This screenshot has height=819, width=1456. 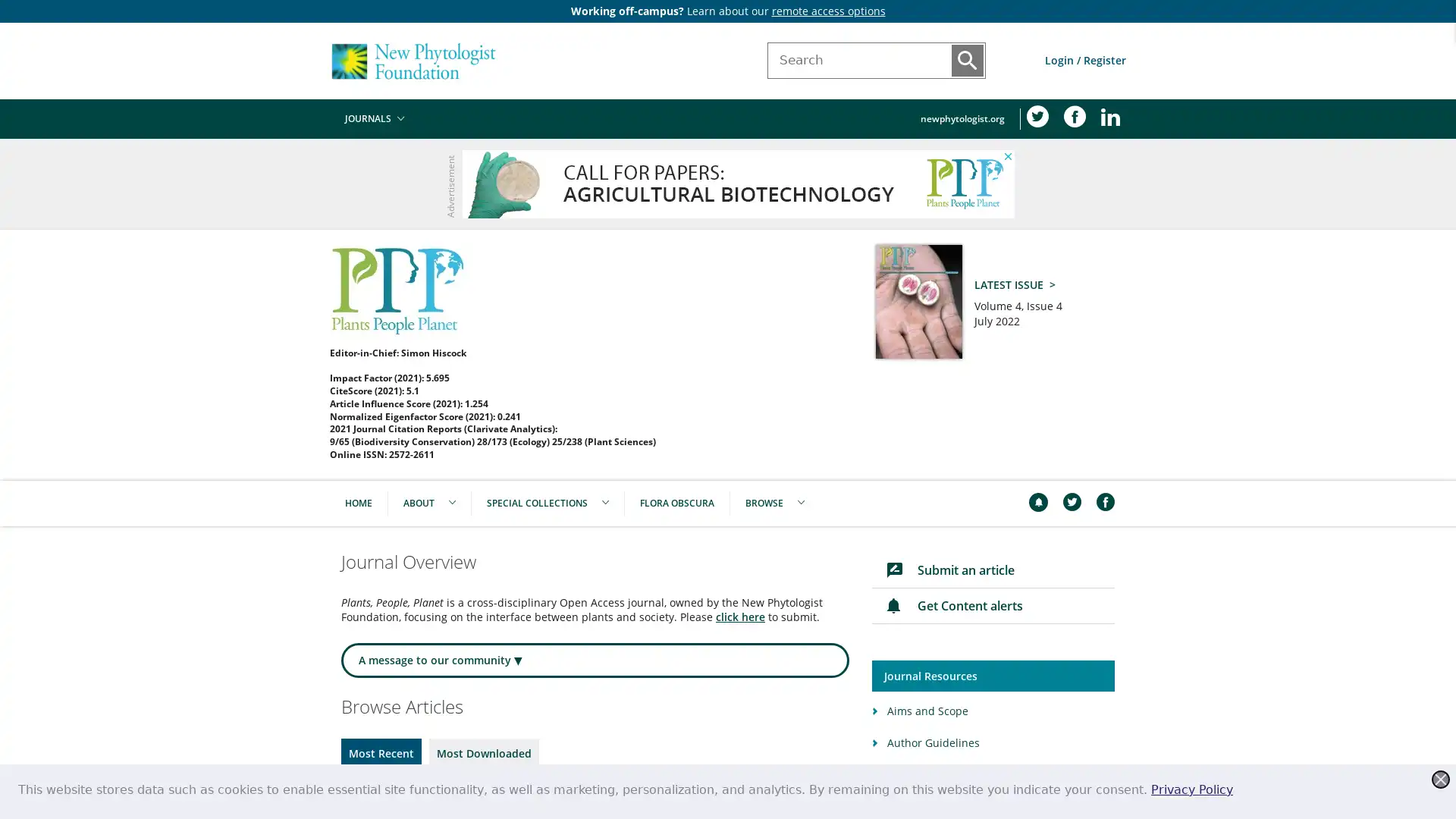 I want to click on Submit Search, so click(x=967, y=60).